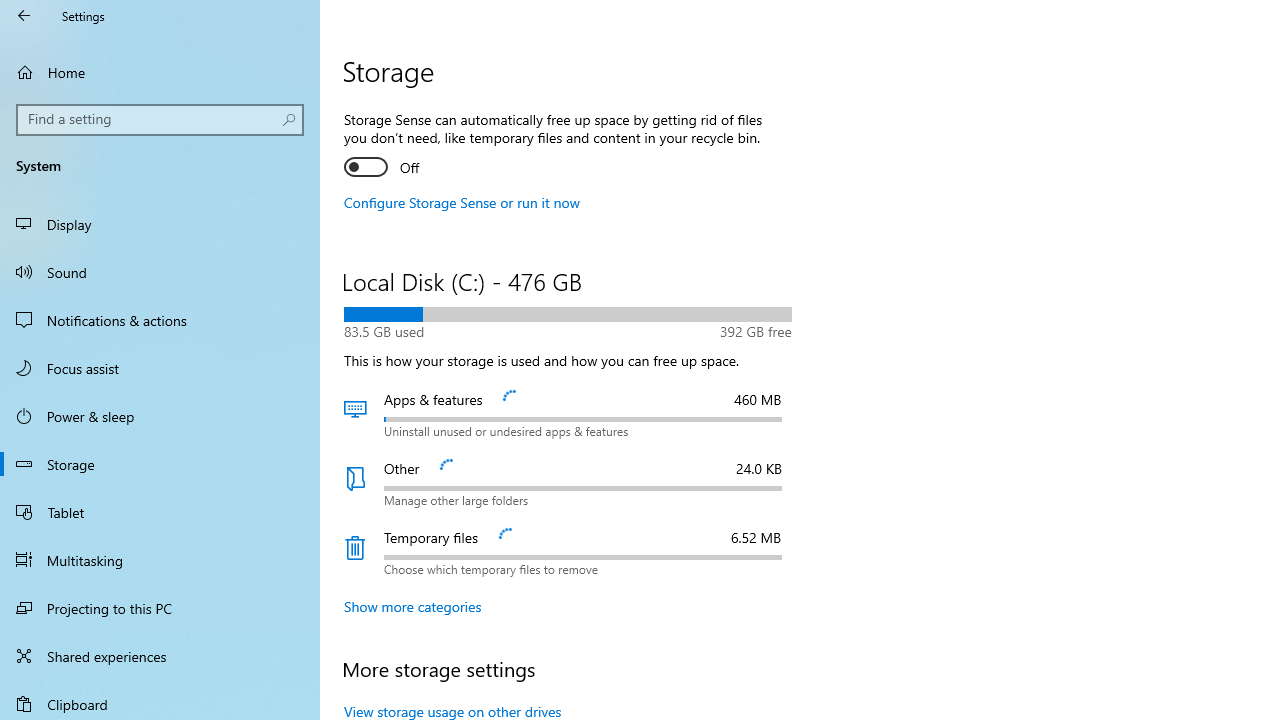  Describe the element at coordinates (160, 559) in the screenshot. I see `'Multitasking'` at that location.